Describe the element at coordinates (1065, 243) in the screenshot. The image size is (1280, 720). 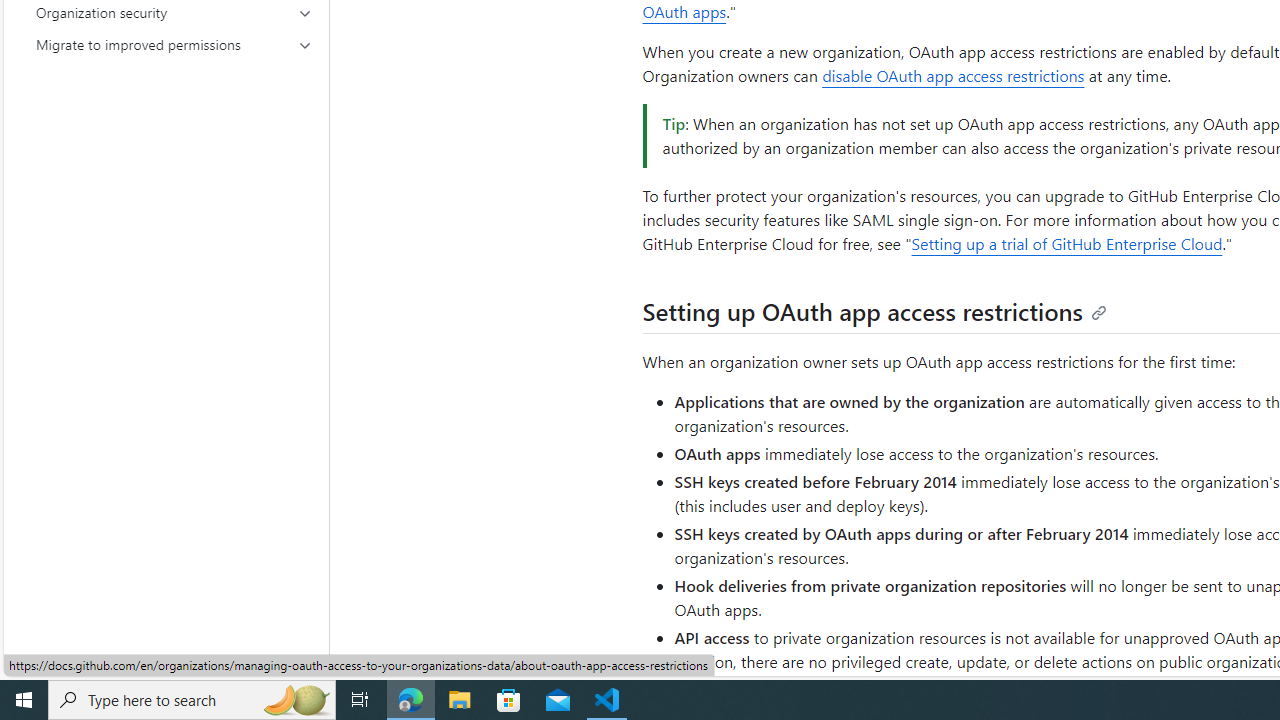
I see `'Setting up a trial of GitHub Enterprise Cloud'` at that location.